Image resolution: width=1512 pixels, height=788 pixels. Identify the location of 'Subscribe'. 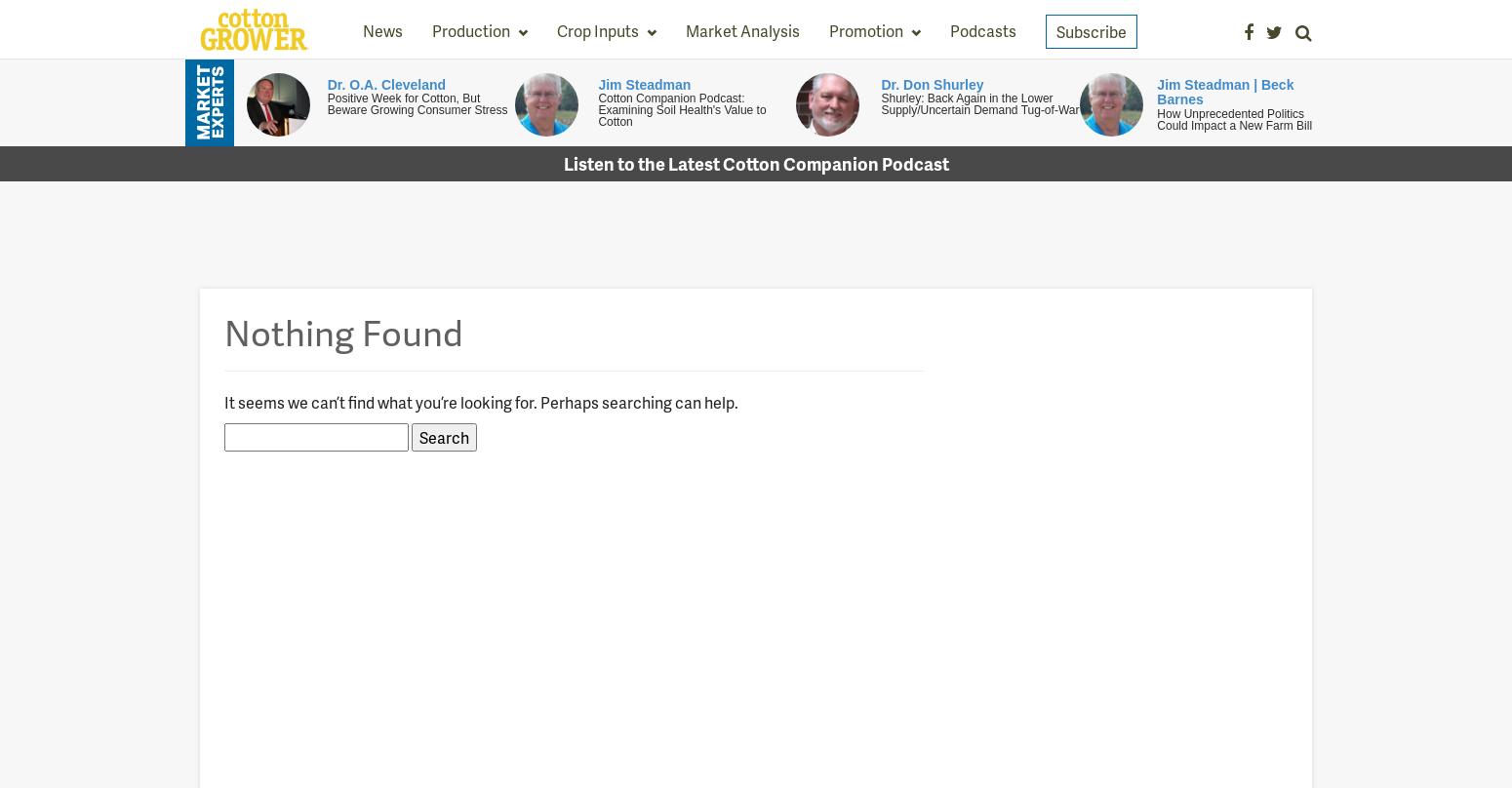
(1055, 31).